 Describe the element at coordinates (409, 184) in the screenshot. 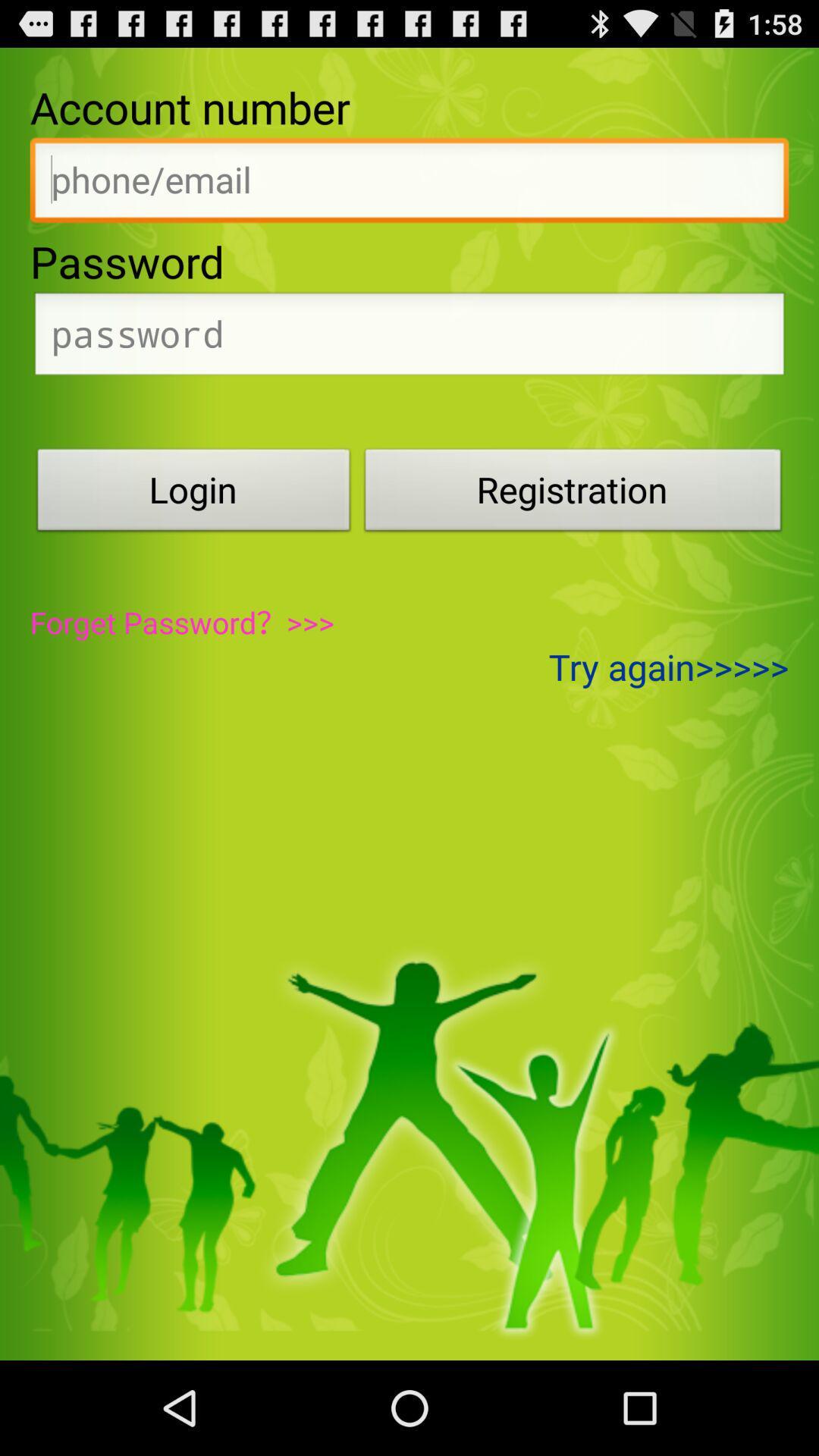

I see `put in email` at that location.